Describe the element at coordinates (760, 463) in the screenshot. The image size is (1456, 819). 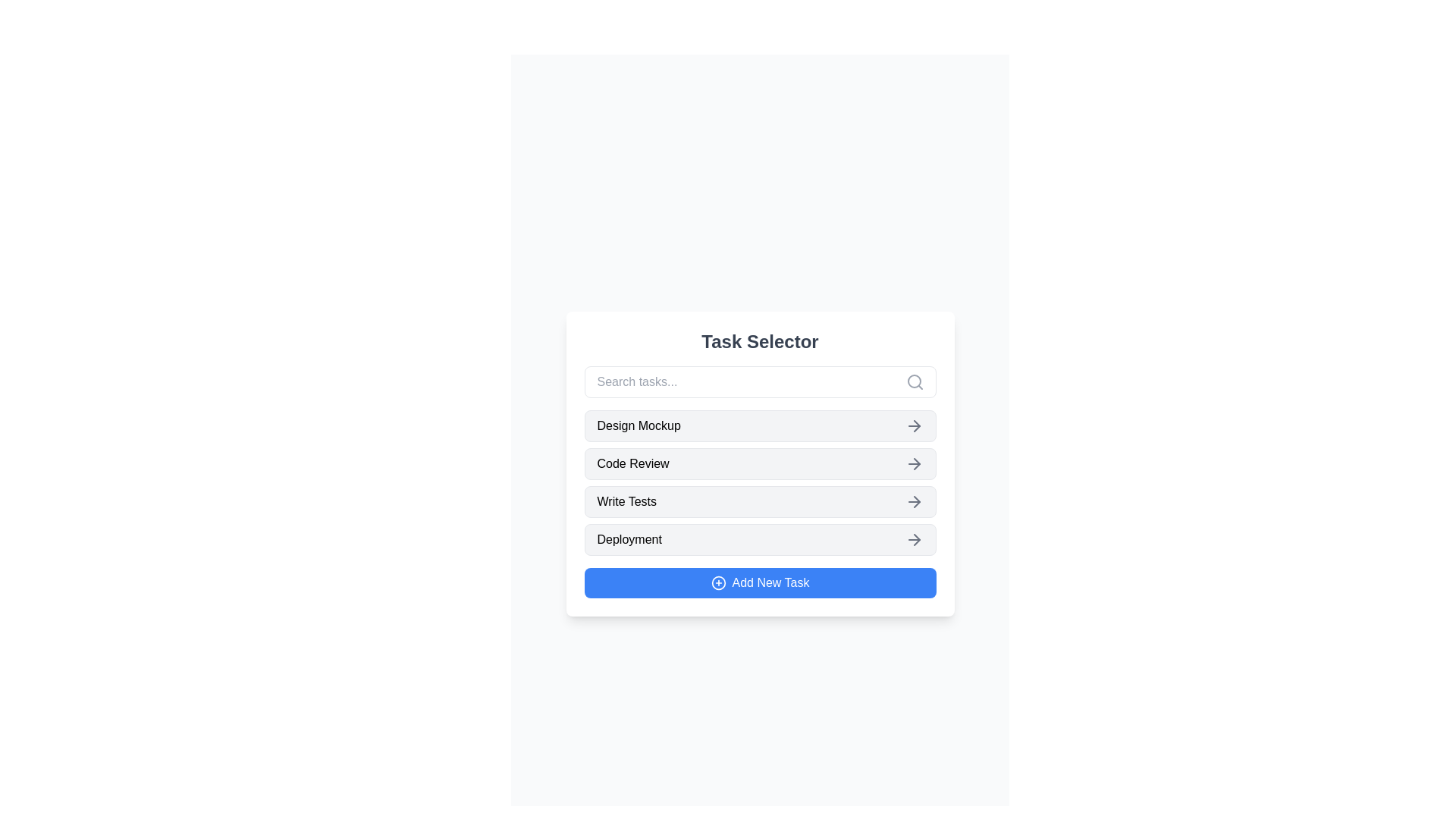
I see `the second task item labeled 'Code Review' in the vertically aligned task options list` at that location.